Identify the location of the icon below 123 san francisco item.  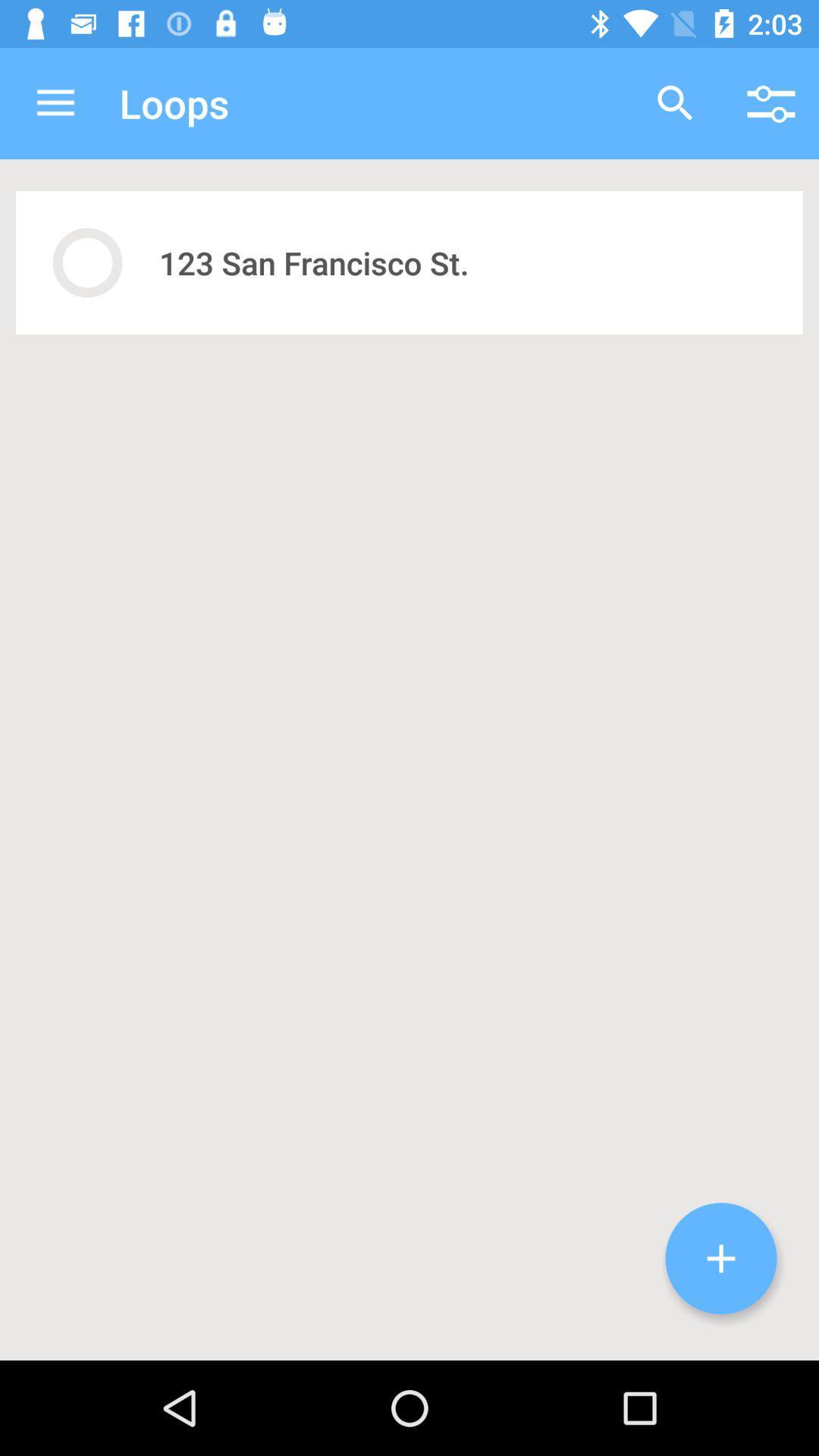
(720, 1258).